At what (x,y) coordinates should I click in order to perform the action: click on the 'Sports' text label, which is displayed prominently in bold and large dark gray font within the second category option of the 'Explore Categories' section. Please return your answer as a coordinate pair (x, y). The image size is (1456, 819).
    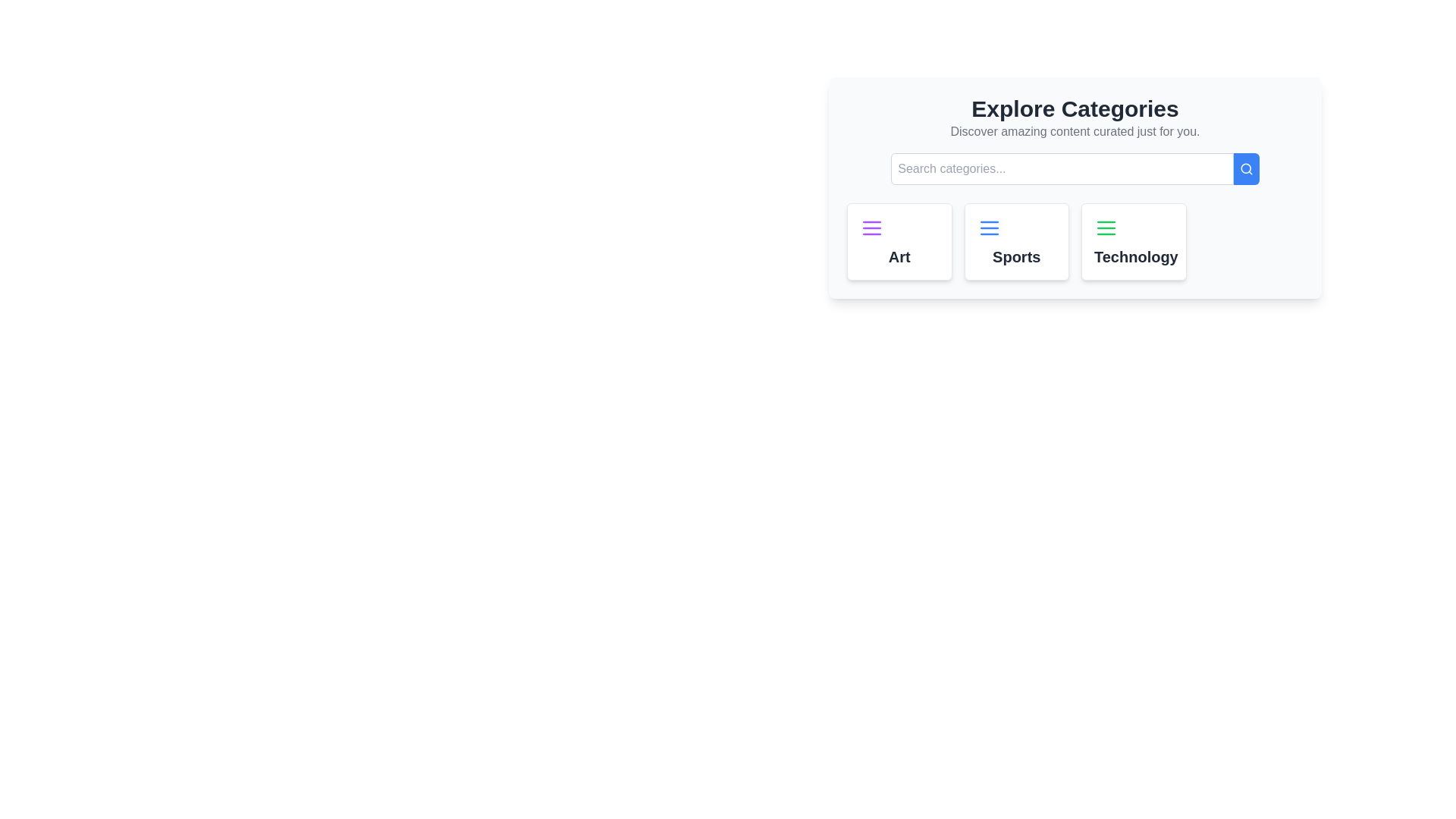
    Looking at the image, I should click on (1016, 256).